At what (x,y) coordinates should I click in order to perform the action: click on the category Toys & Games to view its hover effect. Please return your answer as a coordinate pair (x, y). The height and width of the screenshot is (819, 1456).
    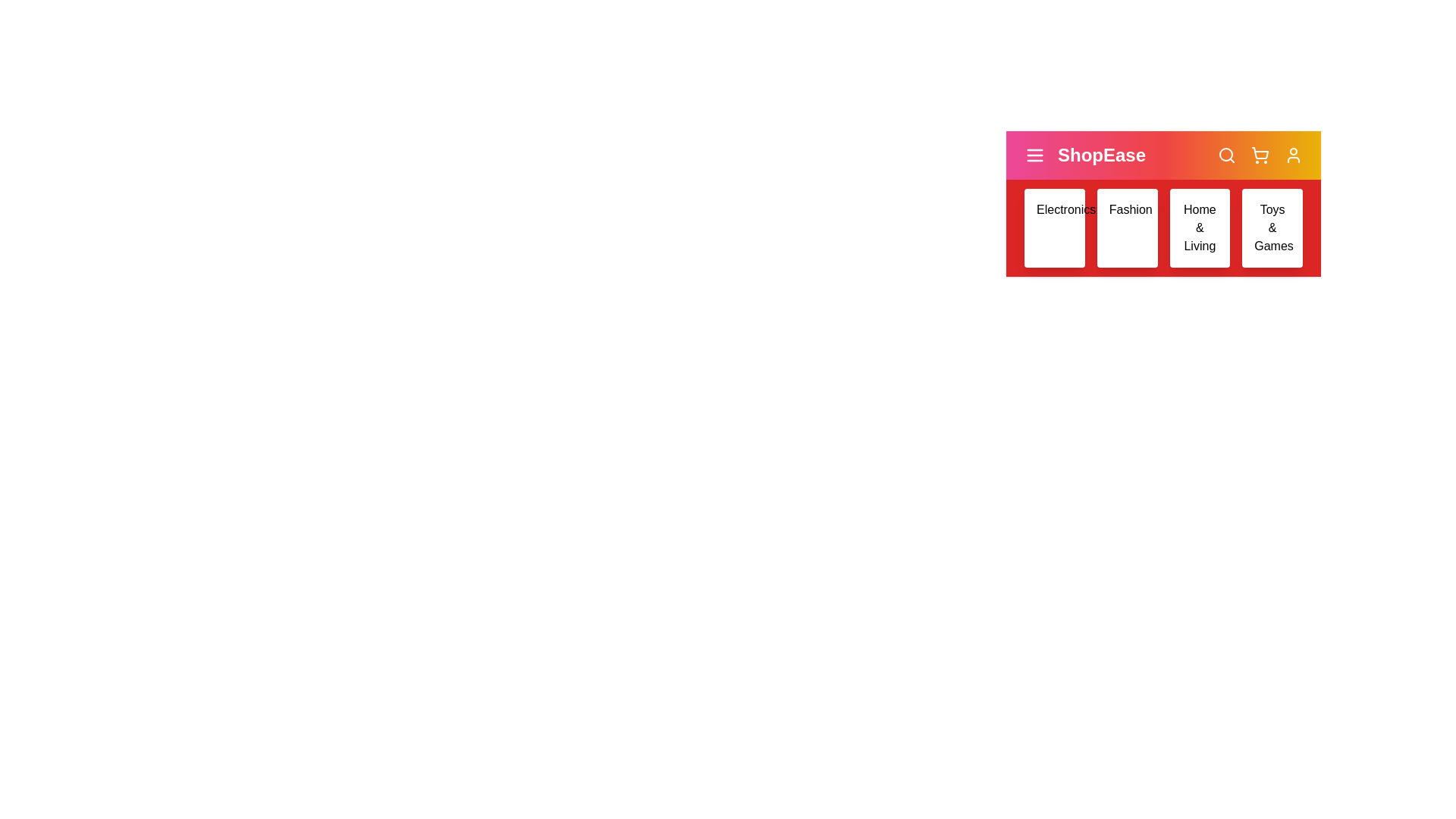
    Looking at the image, I should click on (1272, 227).